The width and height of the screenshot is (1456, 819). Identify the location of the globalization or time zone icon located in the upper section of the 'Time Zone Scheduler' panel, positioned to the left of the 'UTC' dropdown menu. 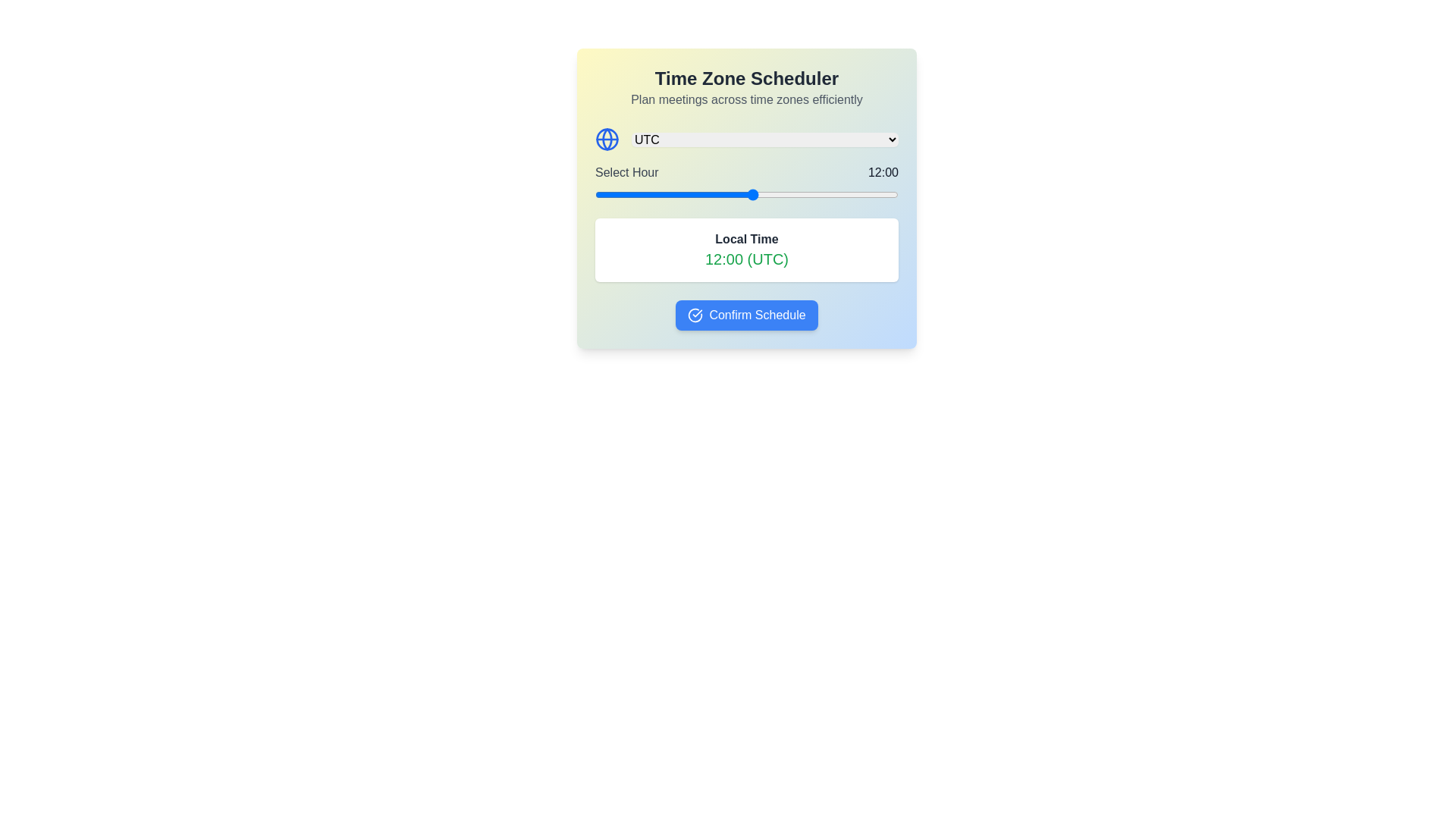
(607, 140).